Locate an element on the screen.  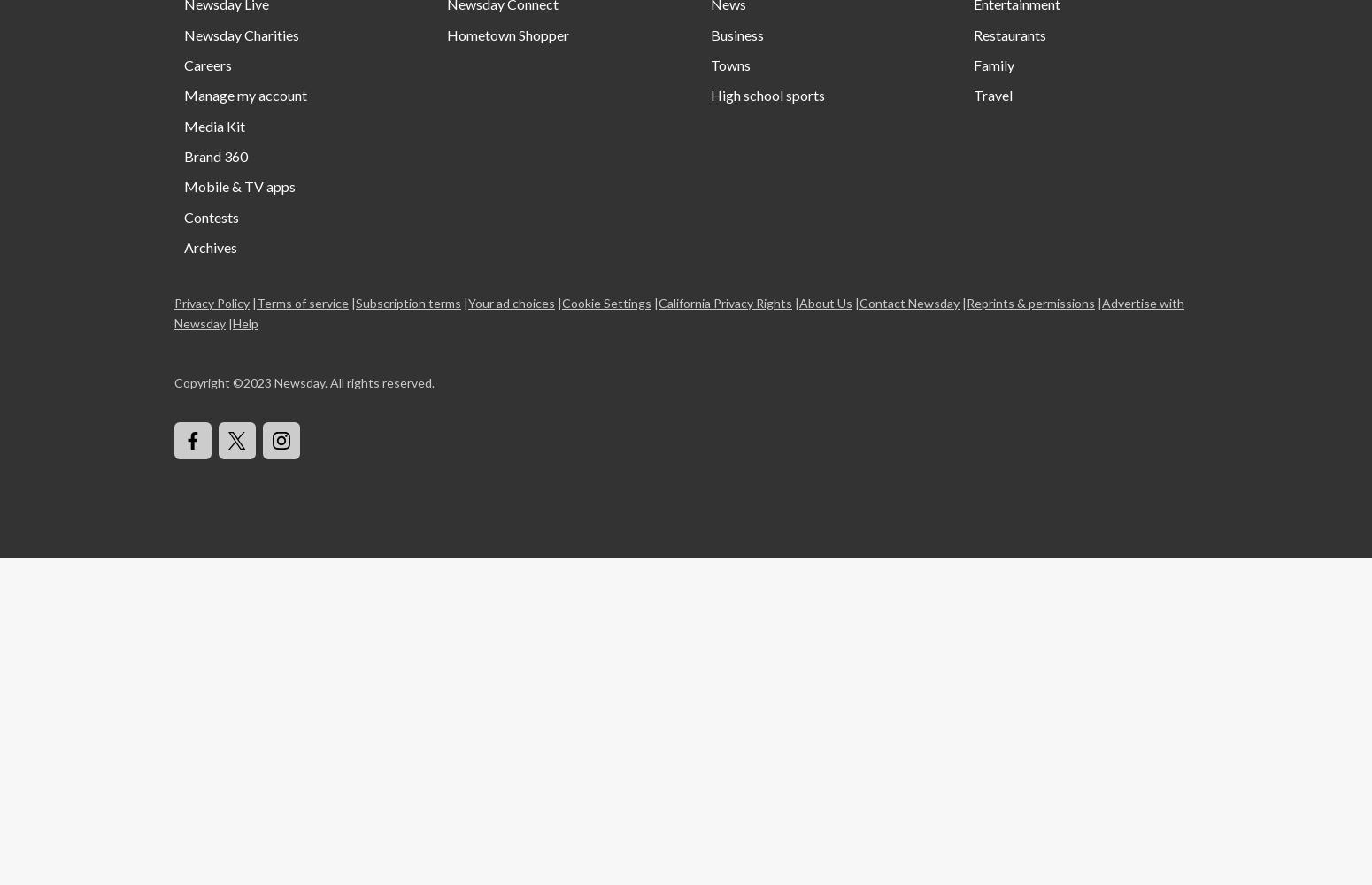
'Towns' is located at coordinates (728, 63).